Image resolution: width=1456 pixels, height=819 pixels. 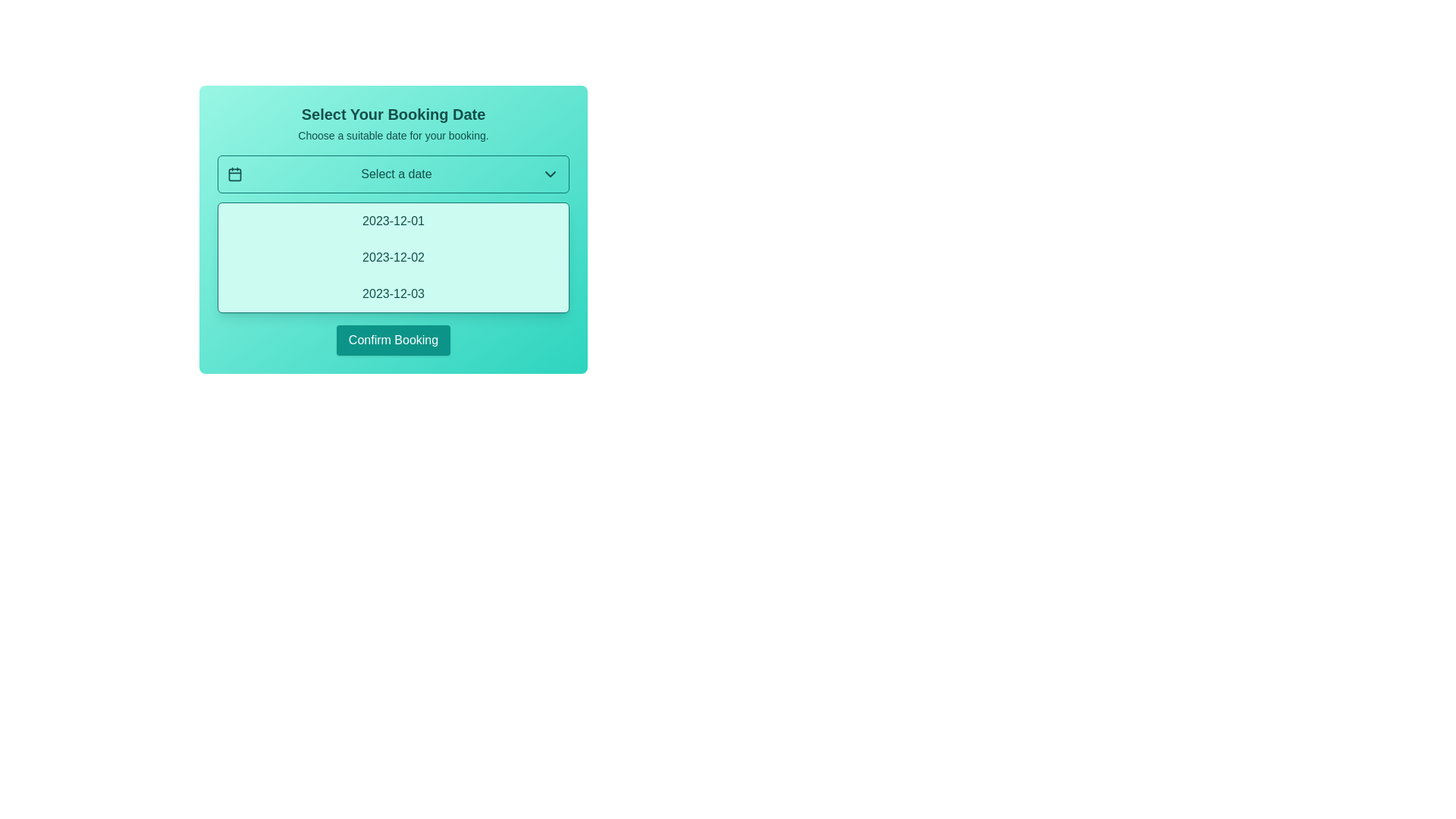 I want to click on the date option '2023-12-03' in the booking widget, which is the third item in the dropdown list, located within a card labeled 'Select Your Booking Date', so click(x=393, y=294).